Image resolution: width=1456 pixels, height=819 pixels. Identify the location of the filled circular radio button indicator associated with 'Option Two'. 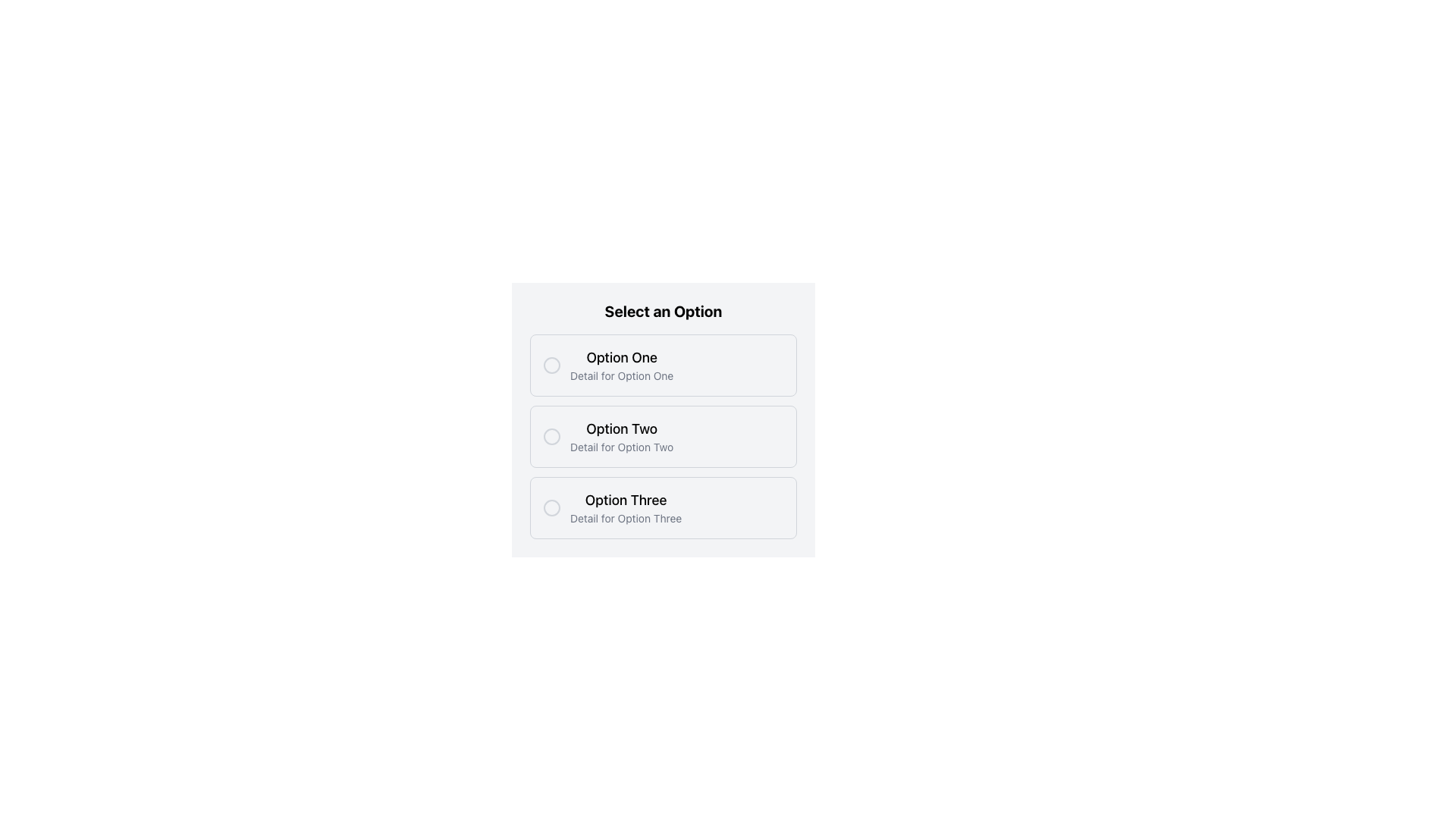
(551, 436).